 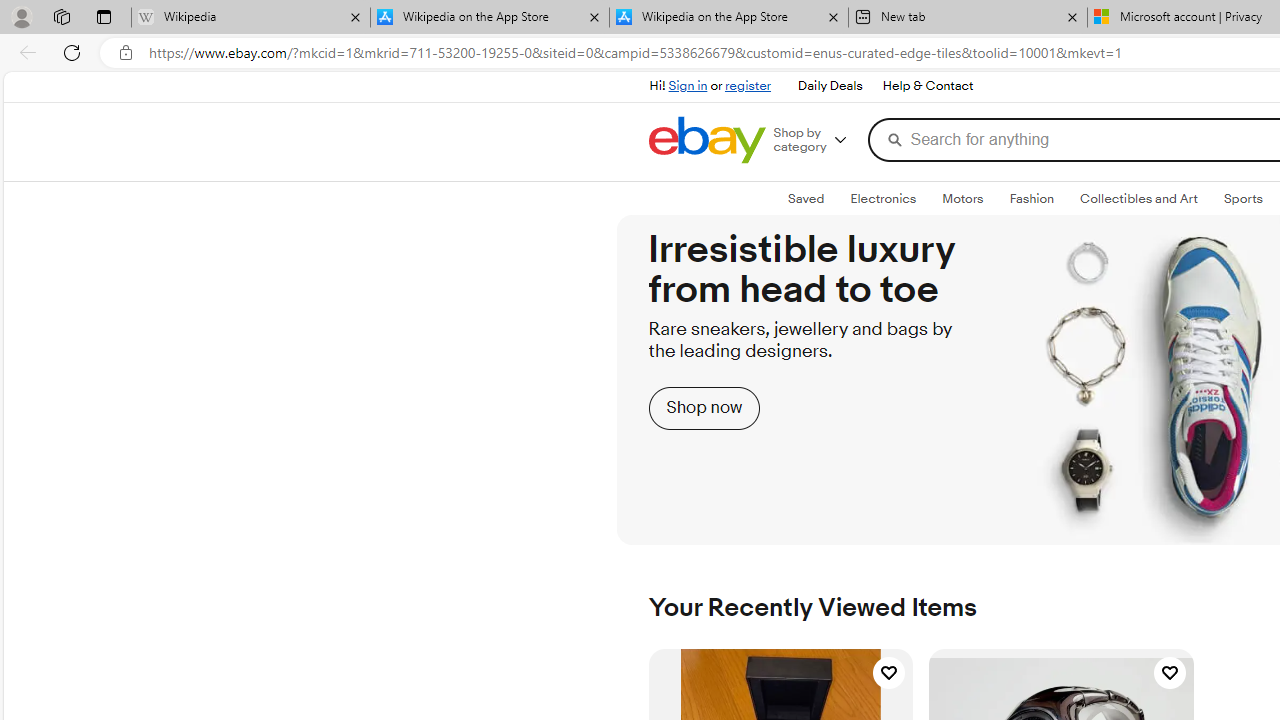 What do you see at coordinates (830, 86) in the screenshot?
I see `'Daily Deals'` at bounding box center [830, 86].